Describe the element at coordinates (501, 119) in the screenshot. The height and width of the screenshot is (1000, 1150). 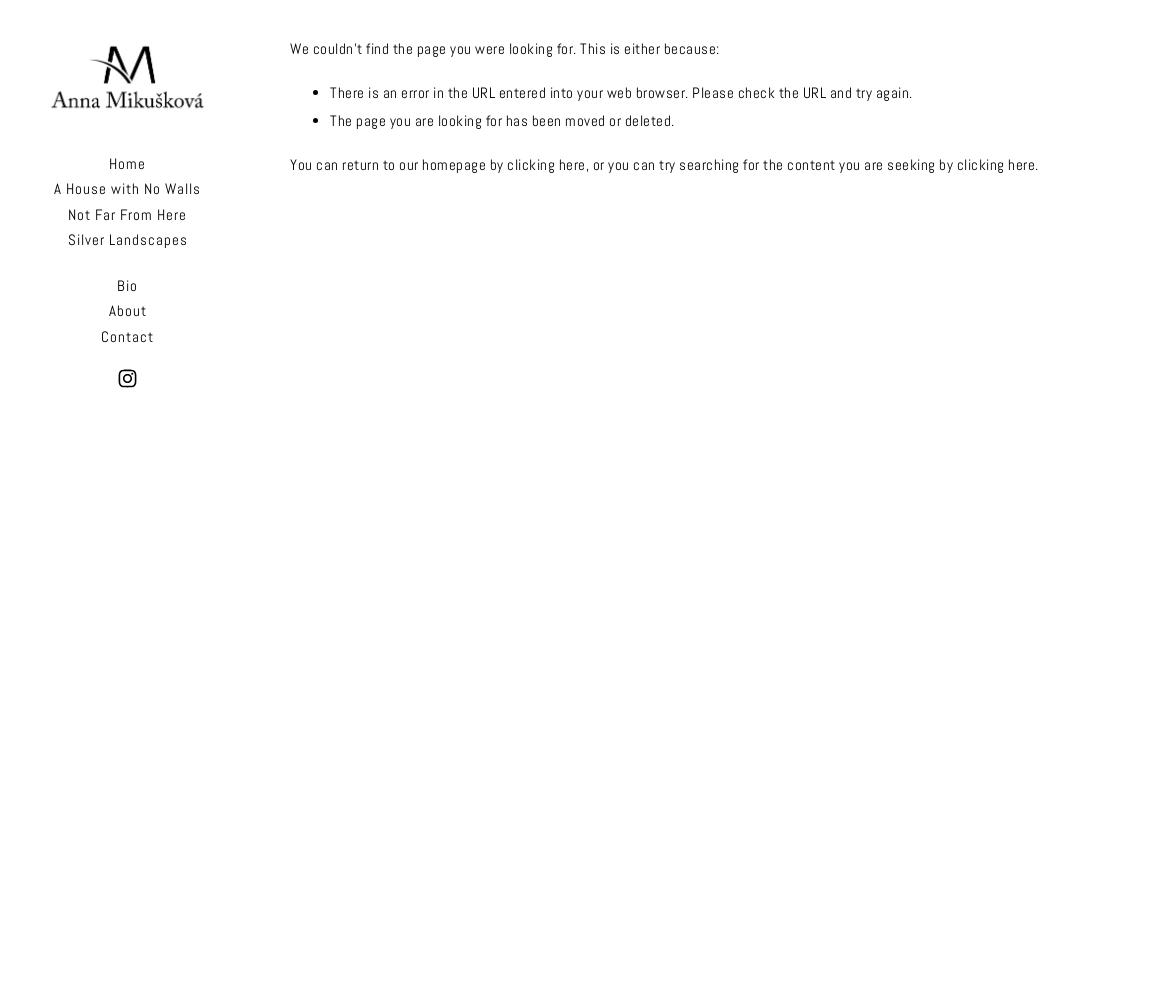
I see `'The page you are looking for has been moved or deleted.'` at that location.